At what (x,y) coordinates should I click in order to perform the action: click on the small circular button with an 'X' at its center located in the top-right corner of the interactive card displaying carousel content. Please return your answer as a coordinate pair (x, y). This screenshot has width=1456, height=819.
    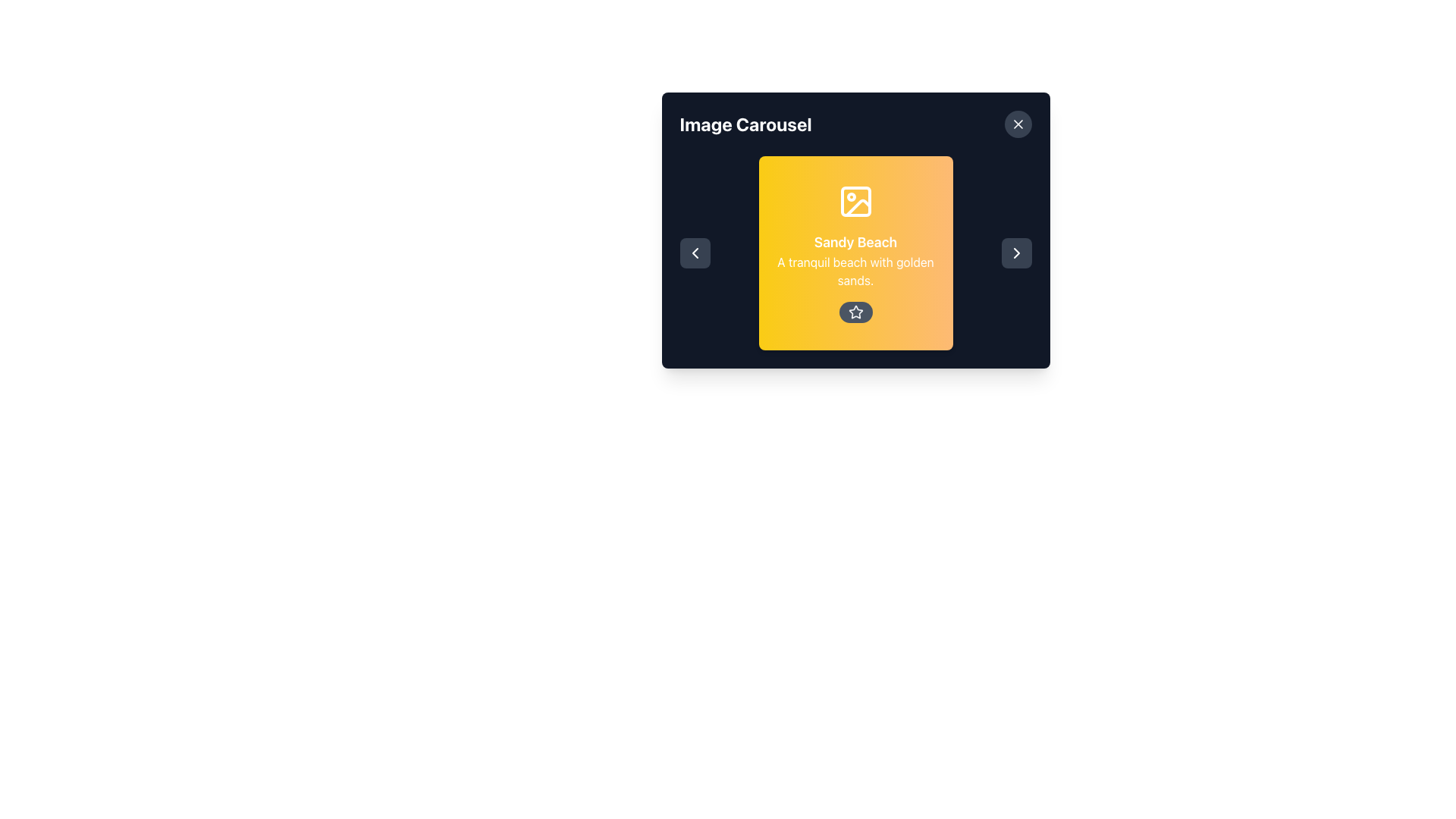
    Looking at the image, I should click on (1018, 124).